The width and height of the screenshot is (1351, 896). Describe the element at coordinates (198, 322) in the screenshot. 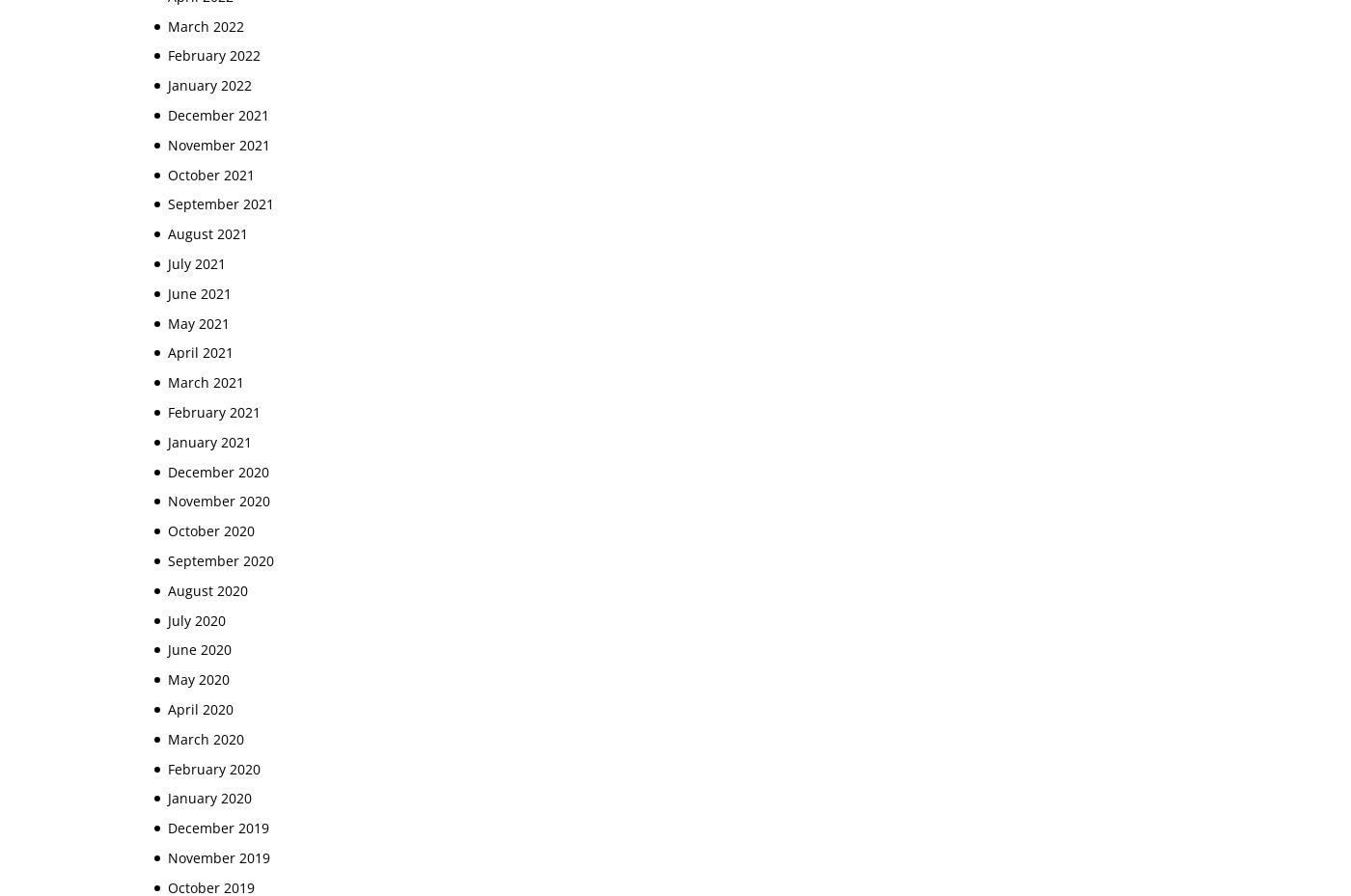

I see `'May 2021'` at that location.